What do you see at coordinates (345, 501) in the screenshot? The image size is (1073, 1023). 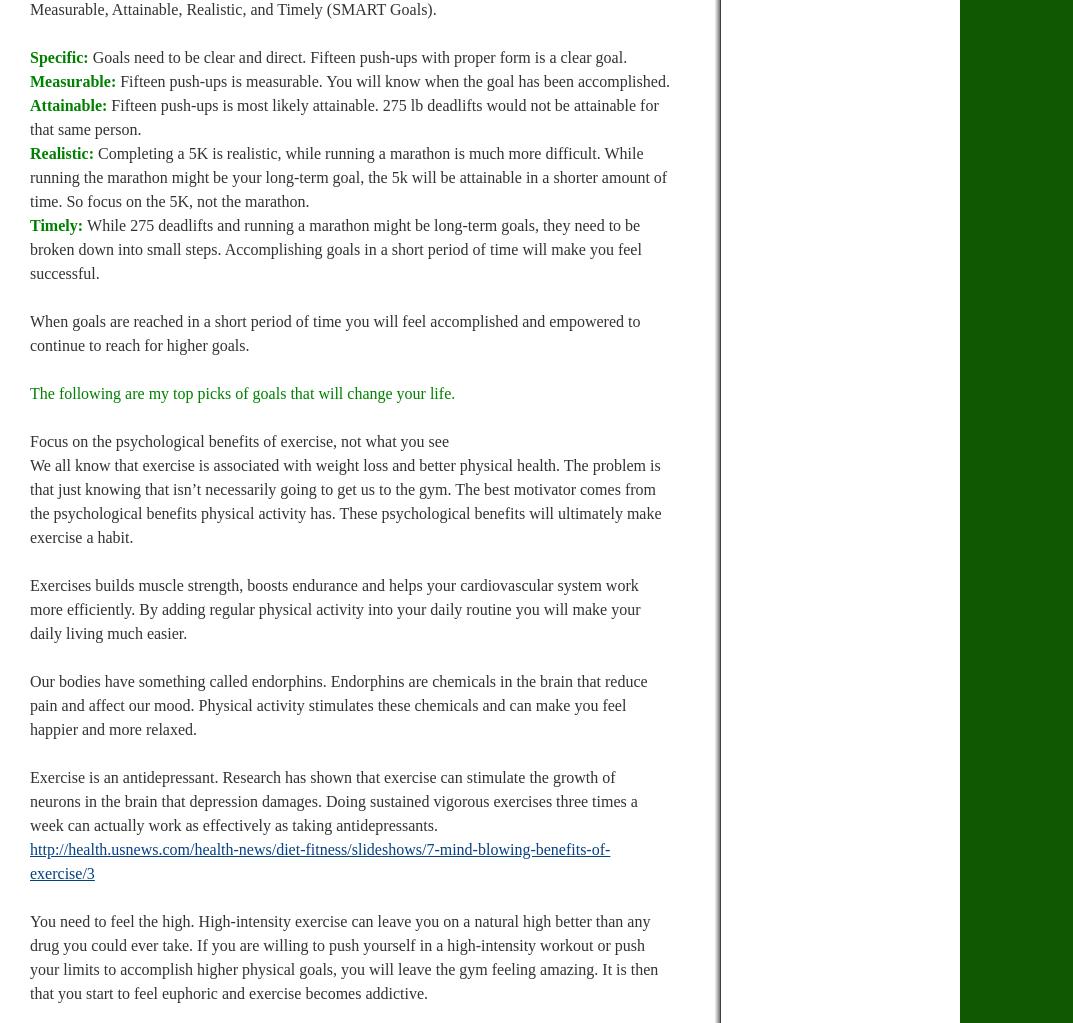 I see `'We all know that exercise is associated with weight loss and better physical health. The problem is that just knowing that isn’t necessarily going to get us to the gym. The best motivator comes from the psychological benefits physical activity has. These psychological benefits will ultimately make exercise a habit.'` at bounding box center [345, 501].